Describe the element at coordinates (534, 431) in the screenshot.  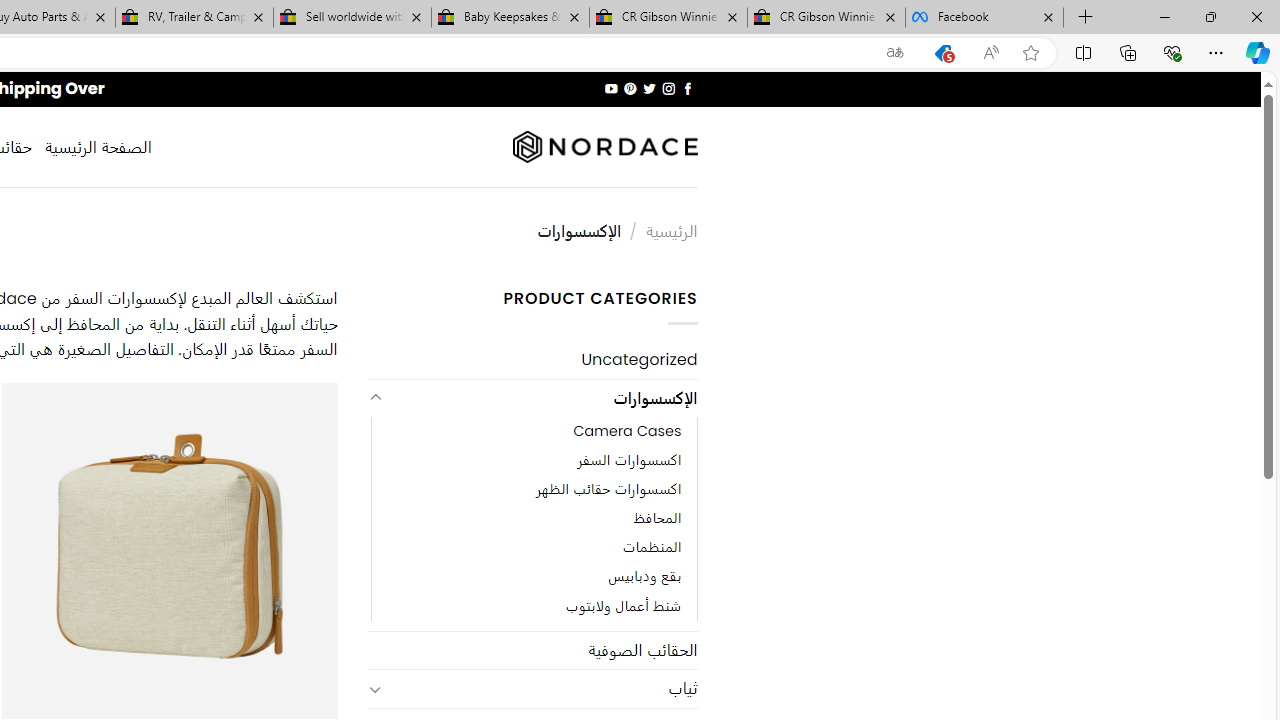
I see `'Camera Cases'` at that location.